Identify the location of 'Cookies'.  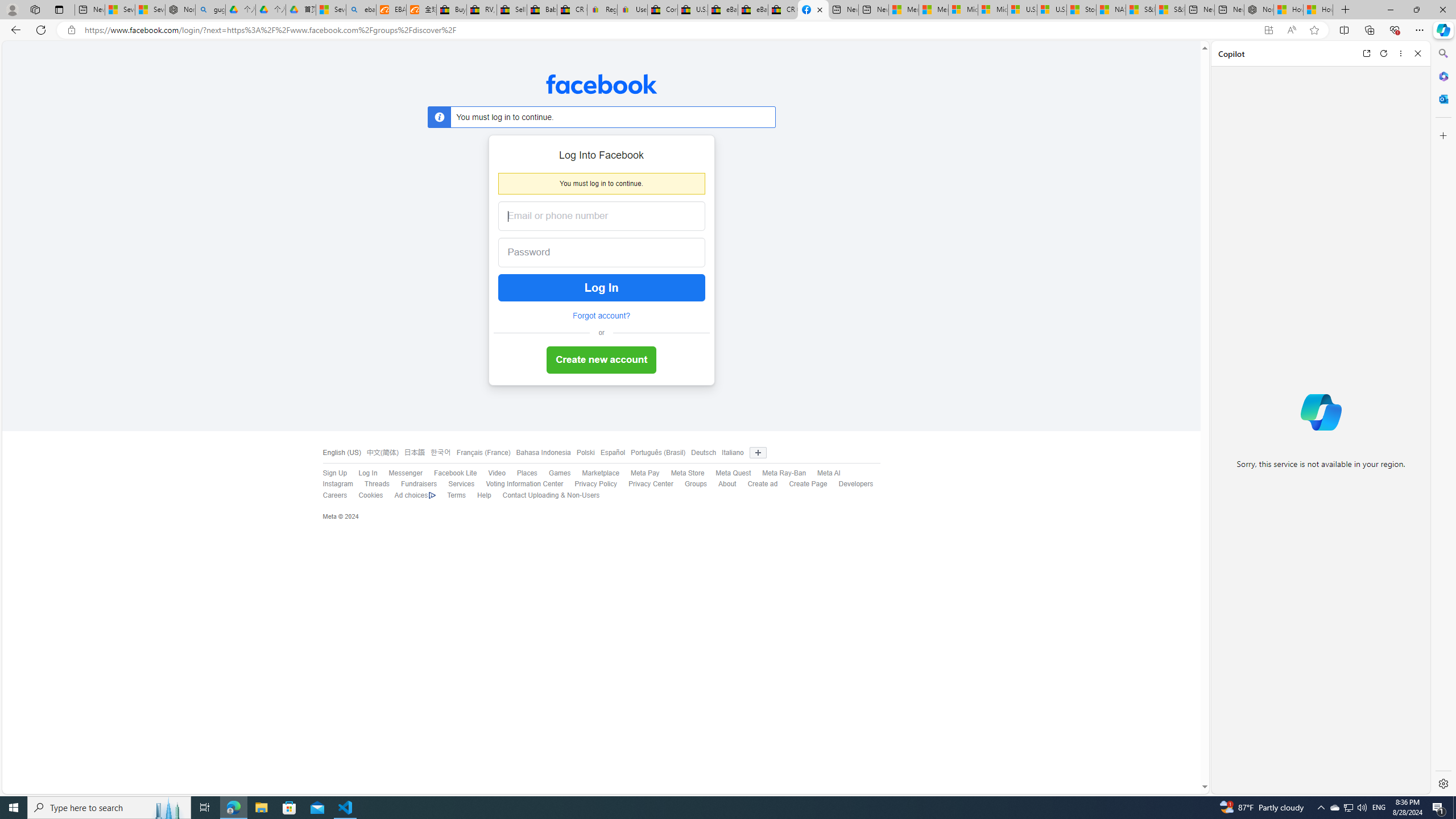
(370, 494).